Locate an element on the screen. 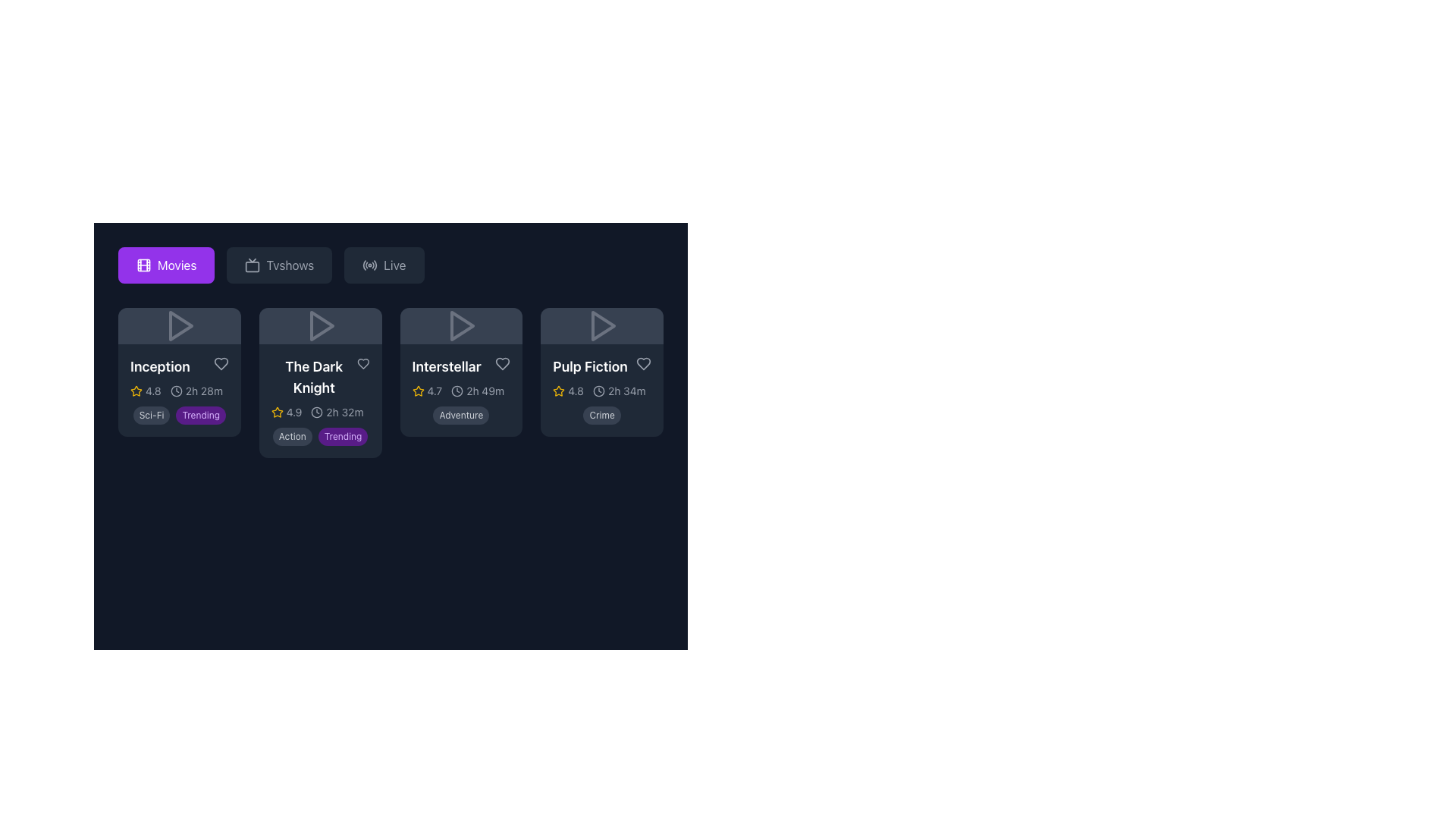 The image size is (1456, 819). the heart icon button located at the top-right corner of 'The Dark Knight' card is located at coordinates (362, 363).